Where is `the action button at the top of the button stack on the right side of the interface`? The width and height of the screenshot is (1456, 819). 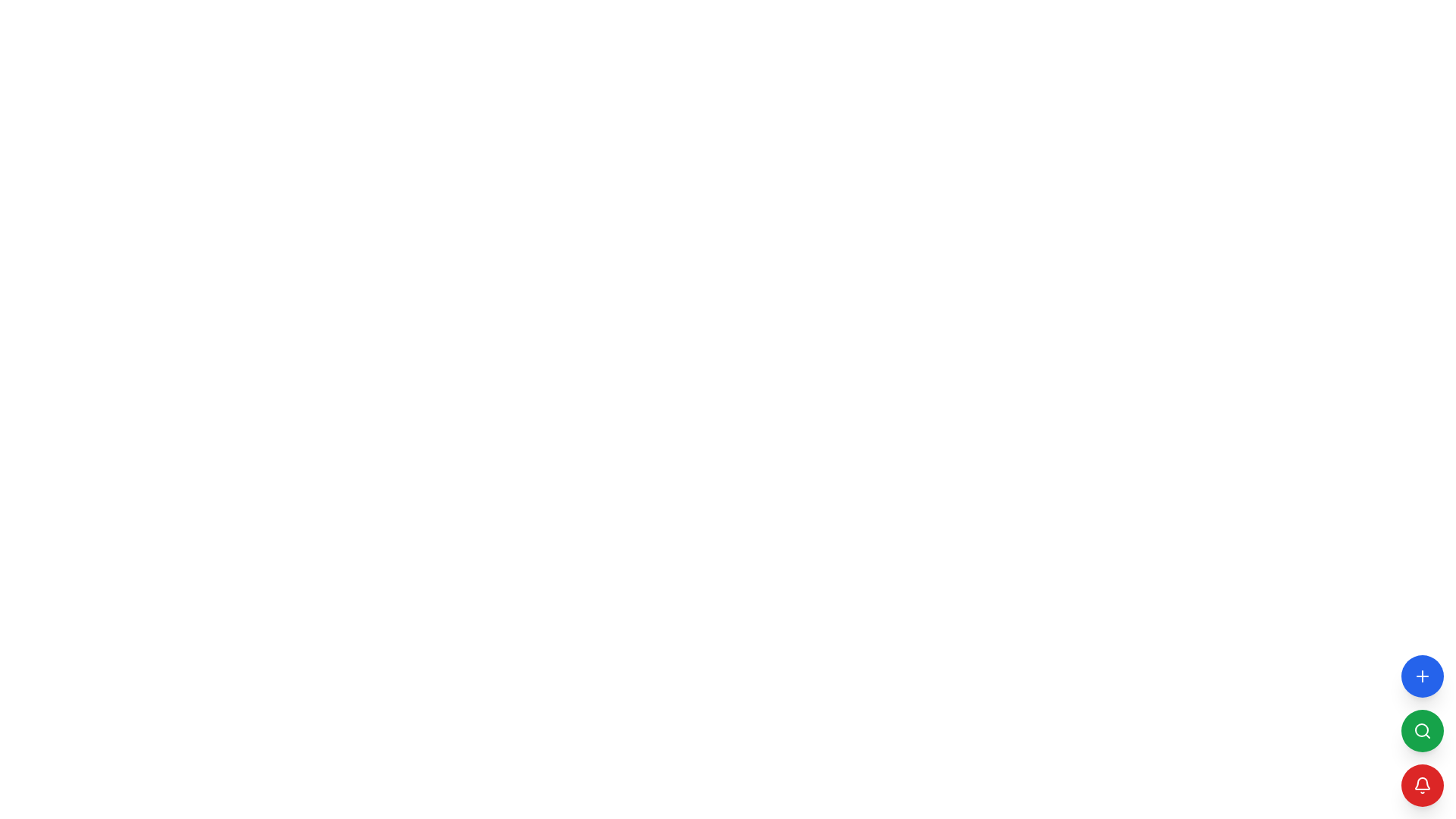 the action button at the top of the button stack on the right side of the interface is located at coordinates (1422, 675).